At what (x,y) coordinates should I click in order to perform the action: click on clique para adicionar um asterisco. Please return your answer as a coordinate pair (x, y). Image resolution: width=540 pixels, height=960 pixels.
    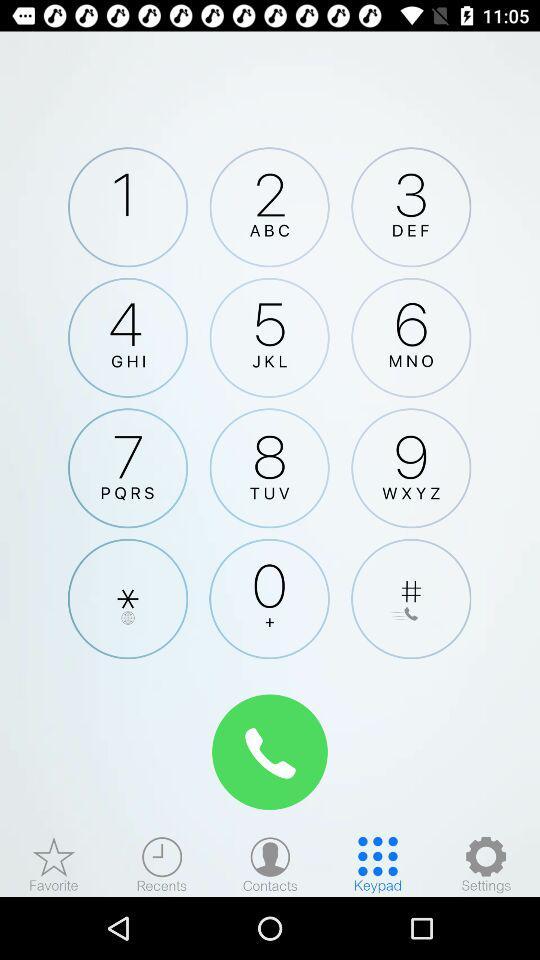
    Looking at the image, I should click on (128, 599).